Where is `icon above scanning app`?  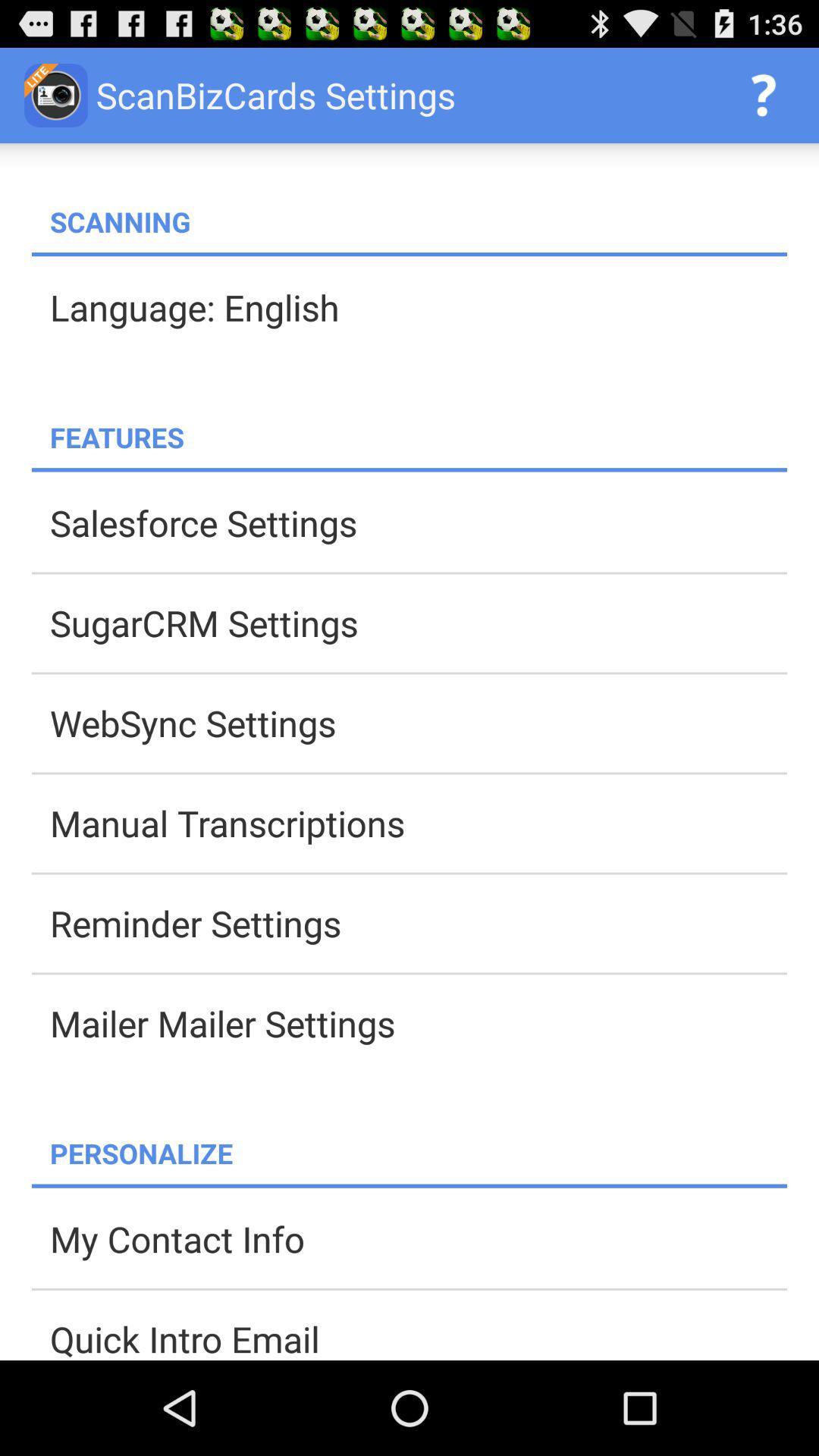 icon above scanning app is located at coordinates (763, 94).